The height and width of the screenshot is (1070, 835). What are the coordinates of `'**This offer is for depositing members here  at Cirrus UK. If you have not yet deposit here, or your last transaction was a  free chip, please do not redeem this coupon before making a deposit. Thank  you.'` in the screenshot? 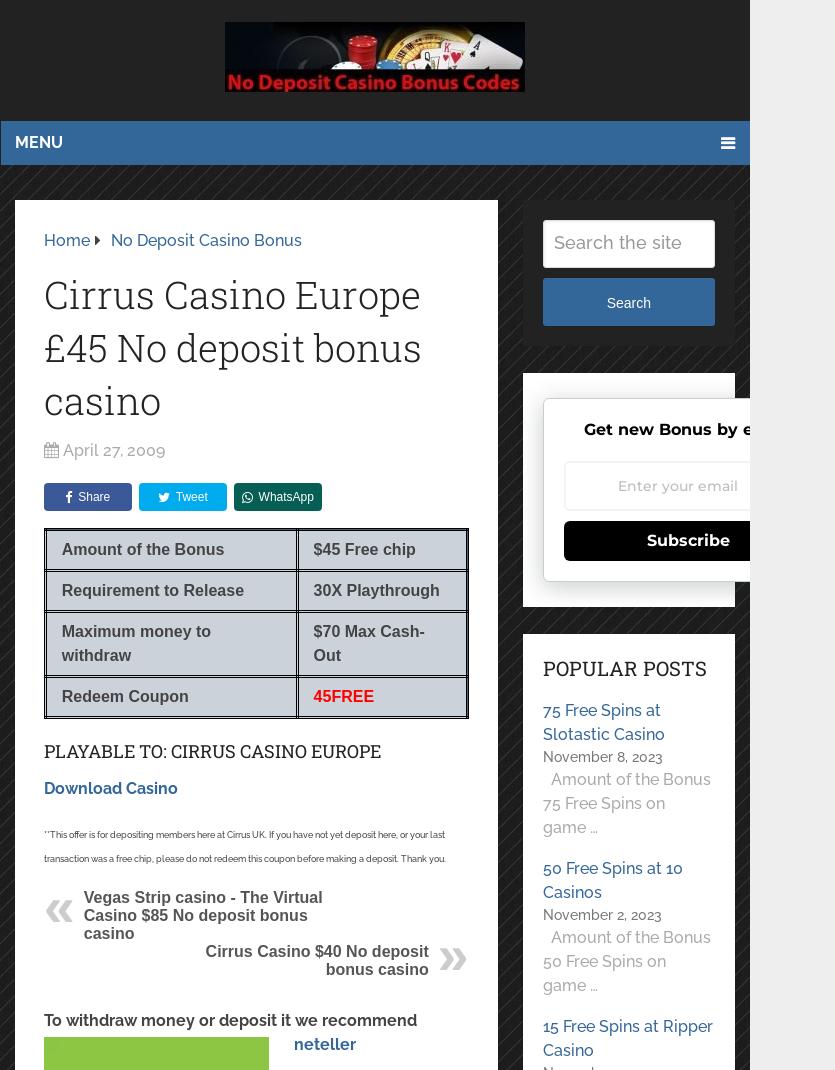 It's located at (243, 846).